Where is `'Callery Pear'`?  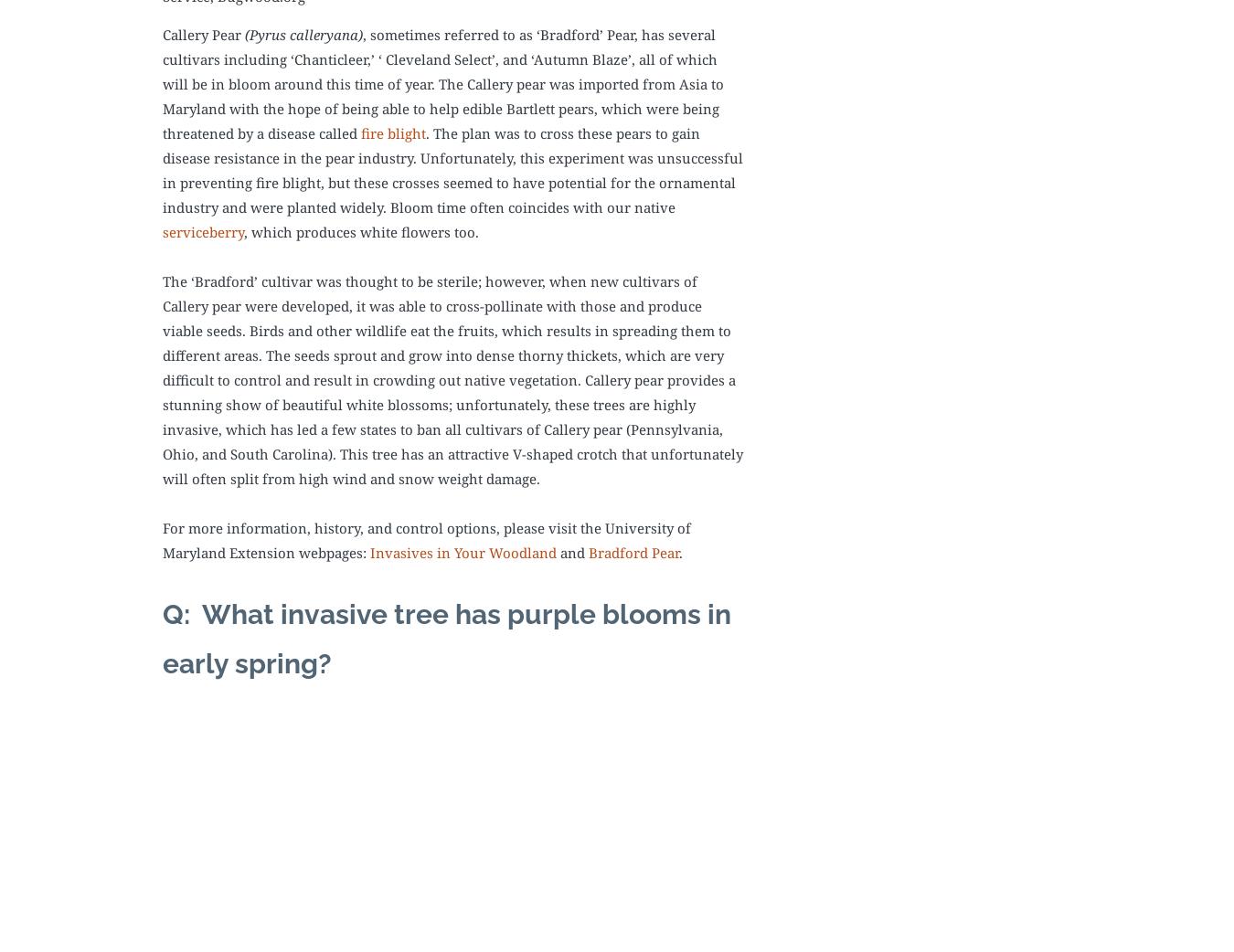
'Callery Pear' is located at coordinates (204, 34).